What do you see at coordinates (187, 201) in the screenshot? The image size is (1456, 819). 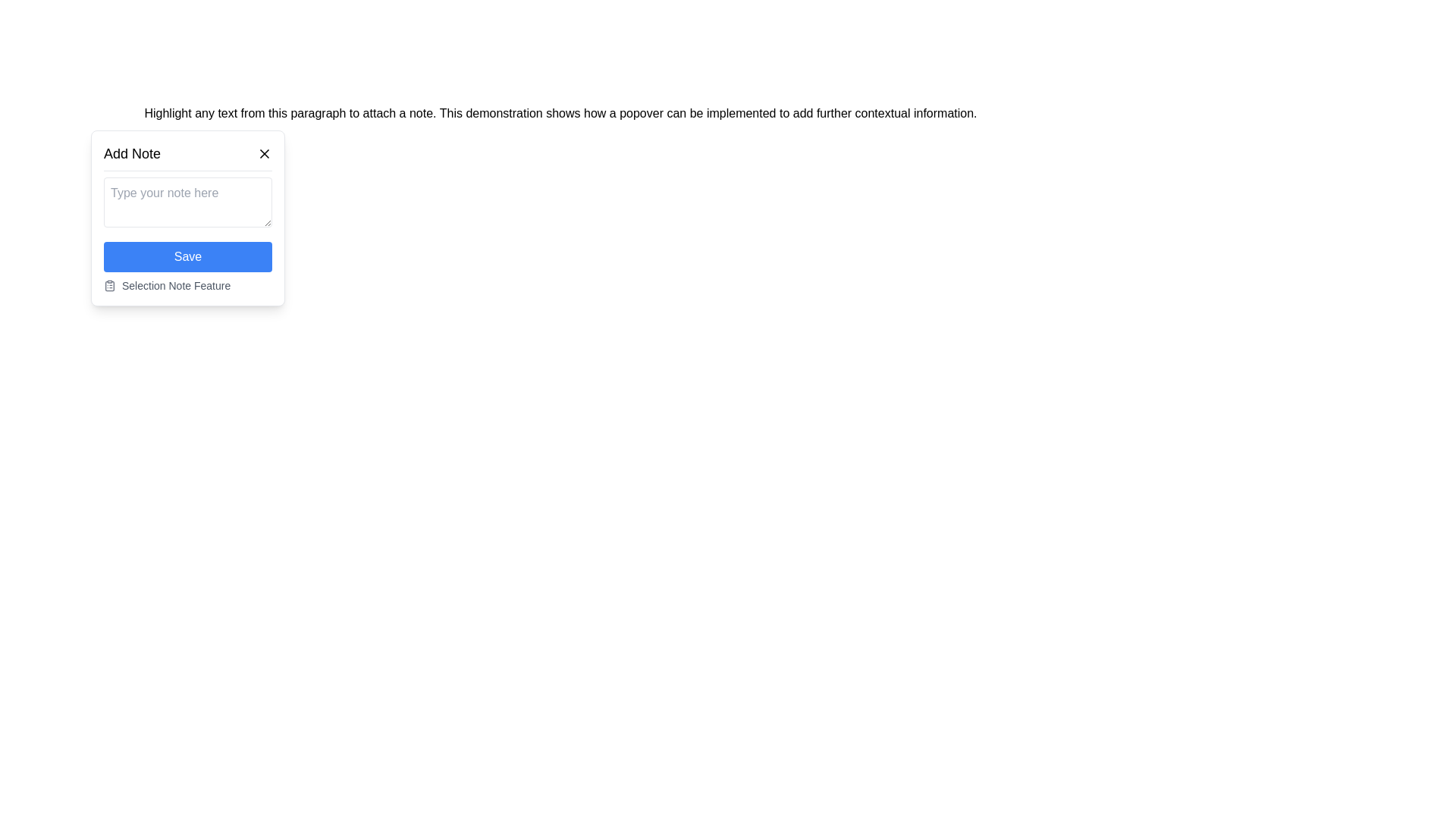 I see `the text input field for typing notes located in the 'Add Note' pop-up panel` at bounding box center [187, 201].